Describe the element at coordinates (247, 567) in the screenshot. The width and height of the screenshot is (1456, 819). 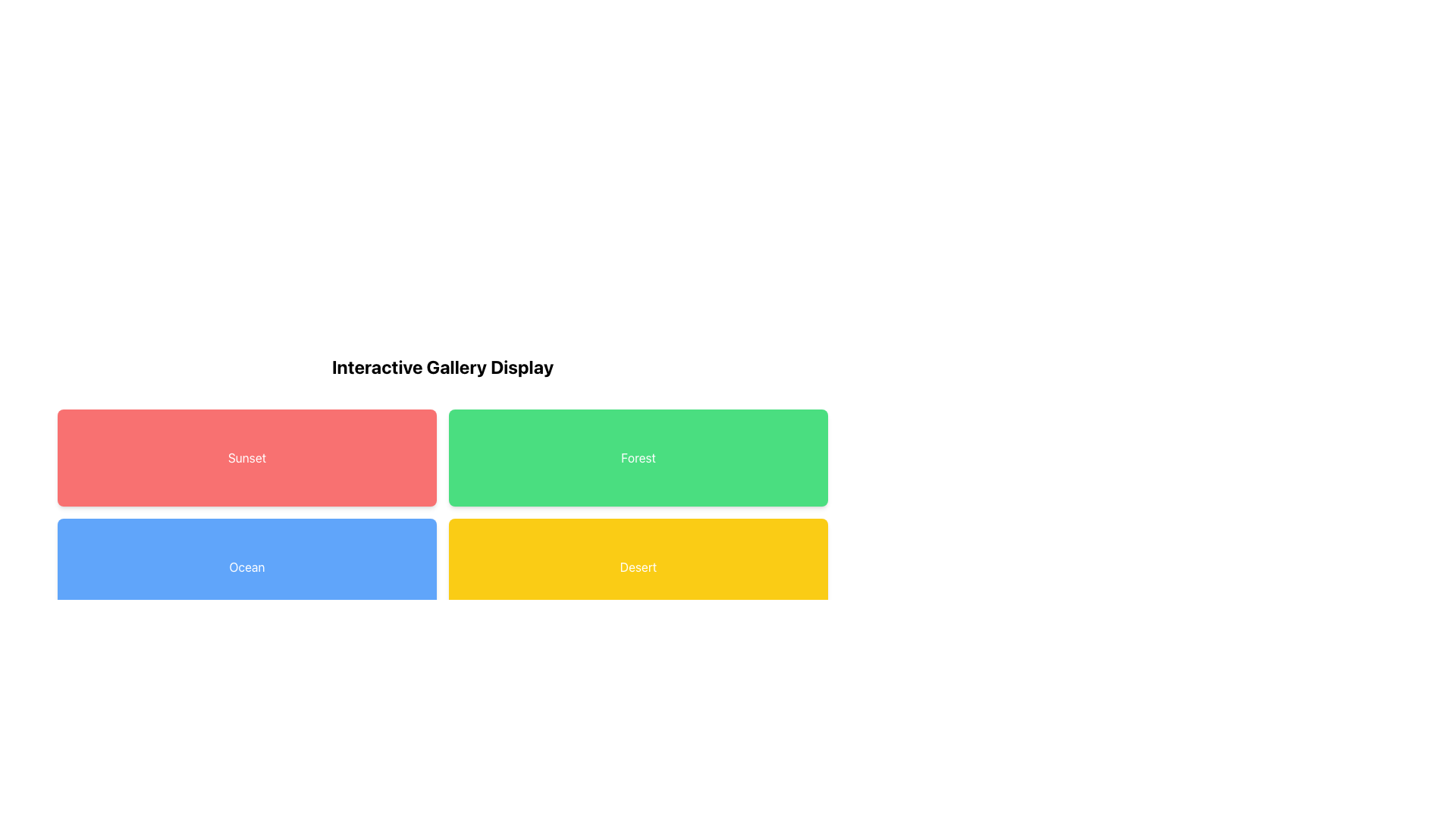
I see `the 'Ocean' card located in the second row and first column of the gallery layout` at that location.